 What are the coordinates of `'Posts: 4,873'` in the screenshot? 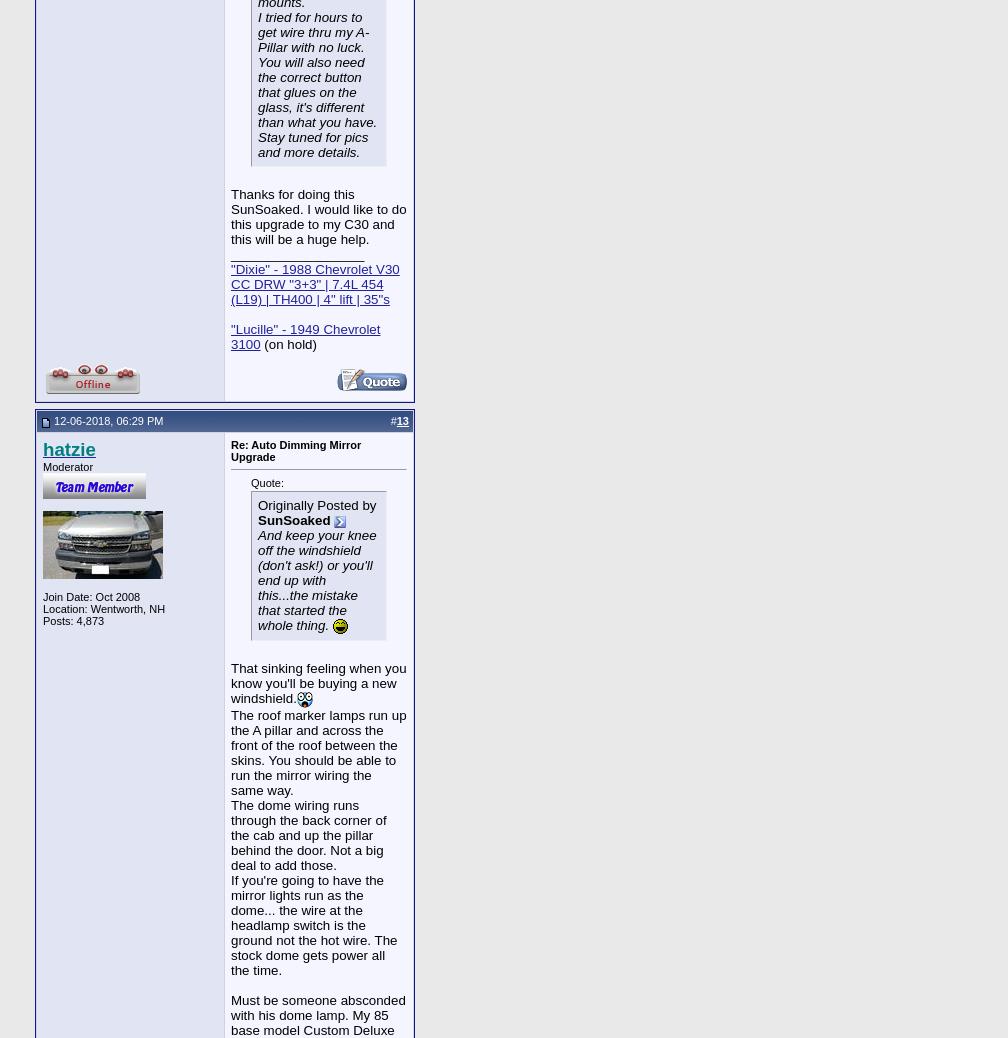 It's located at (73, 618).